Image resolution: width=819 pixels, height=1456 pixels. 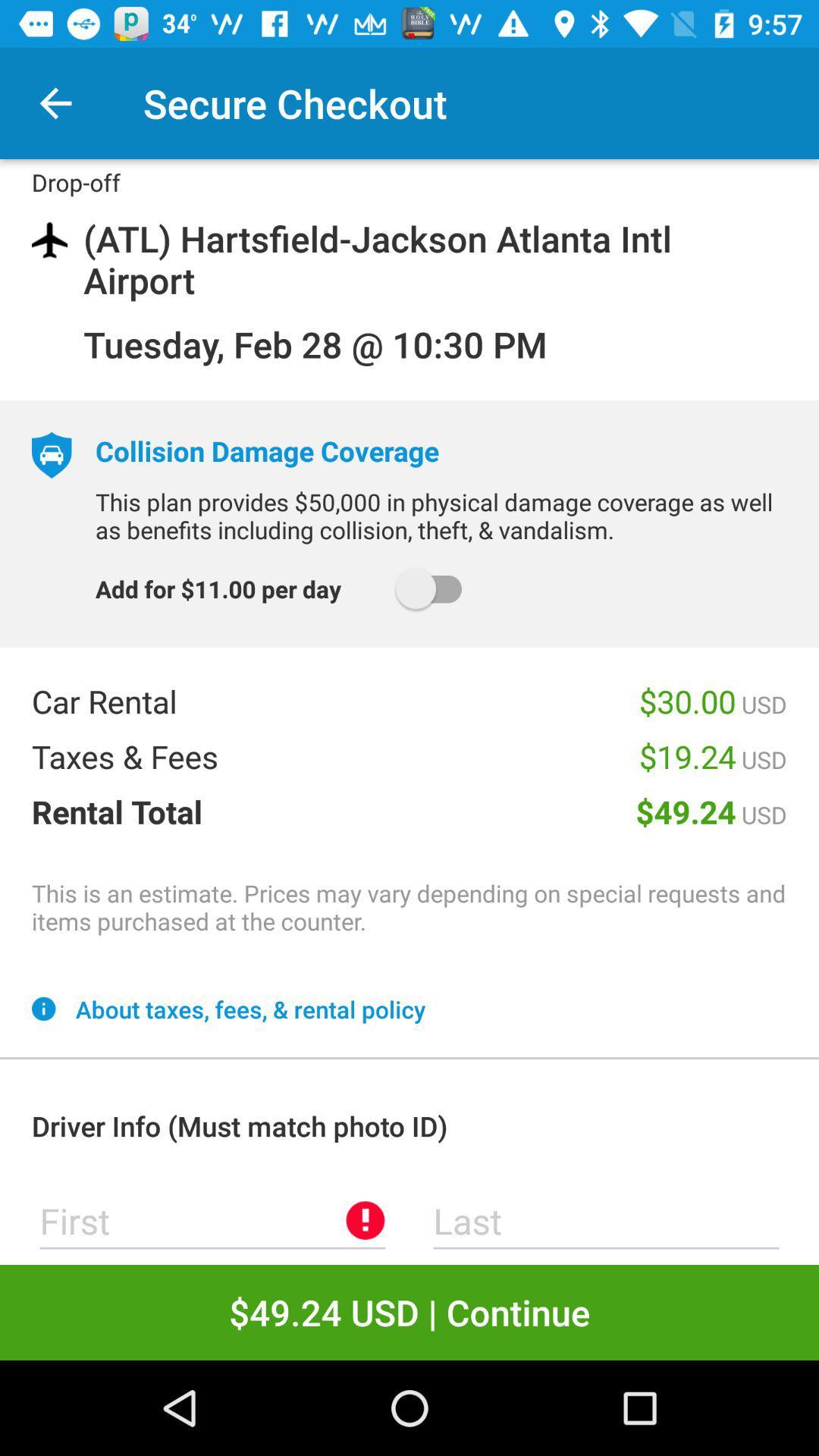 I want to click on last name, so click(x=605, y=1220).